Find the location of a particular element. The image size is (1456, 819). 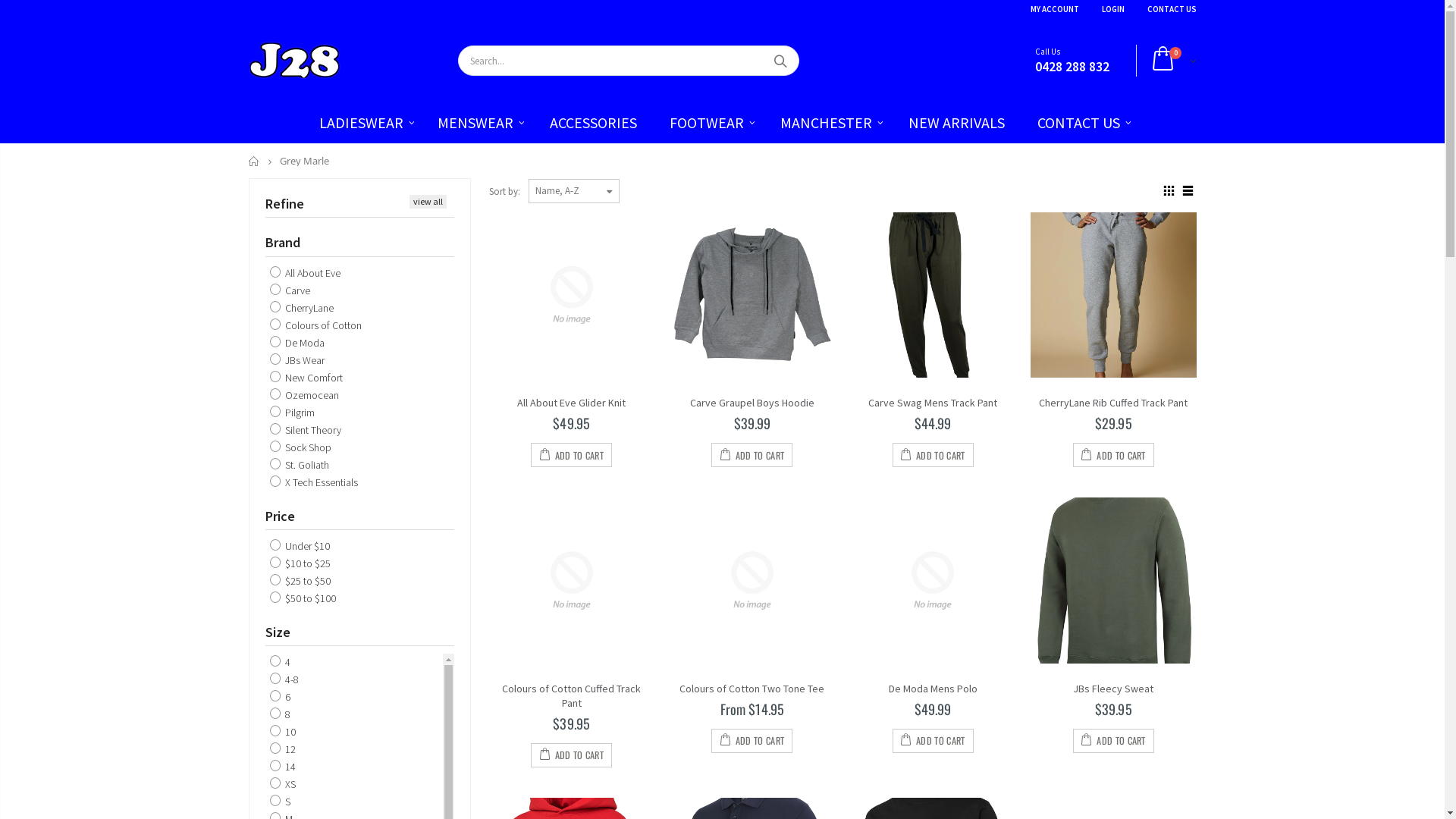

'LADIESWEAR' is located at coordinates (362, 122).